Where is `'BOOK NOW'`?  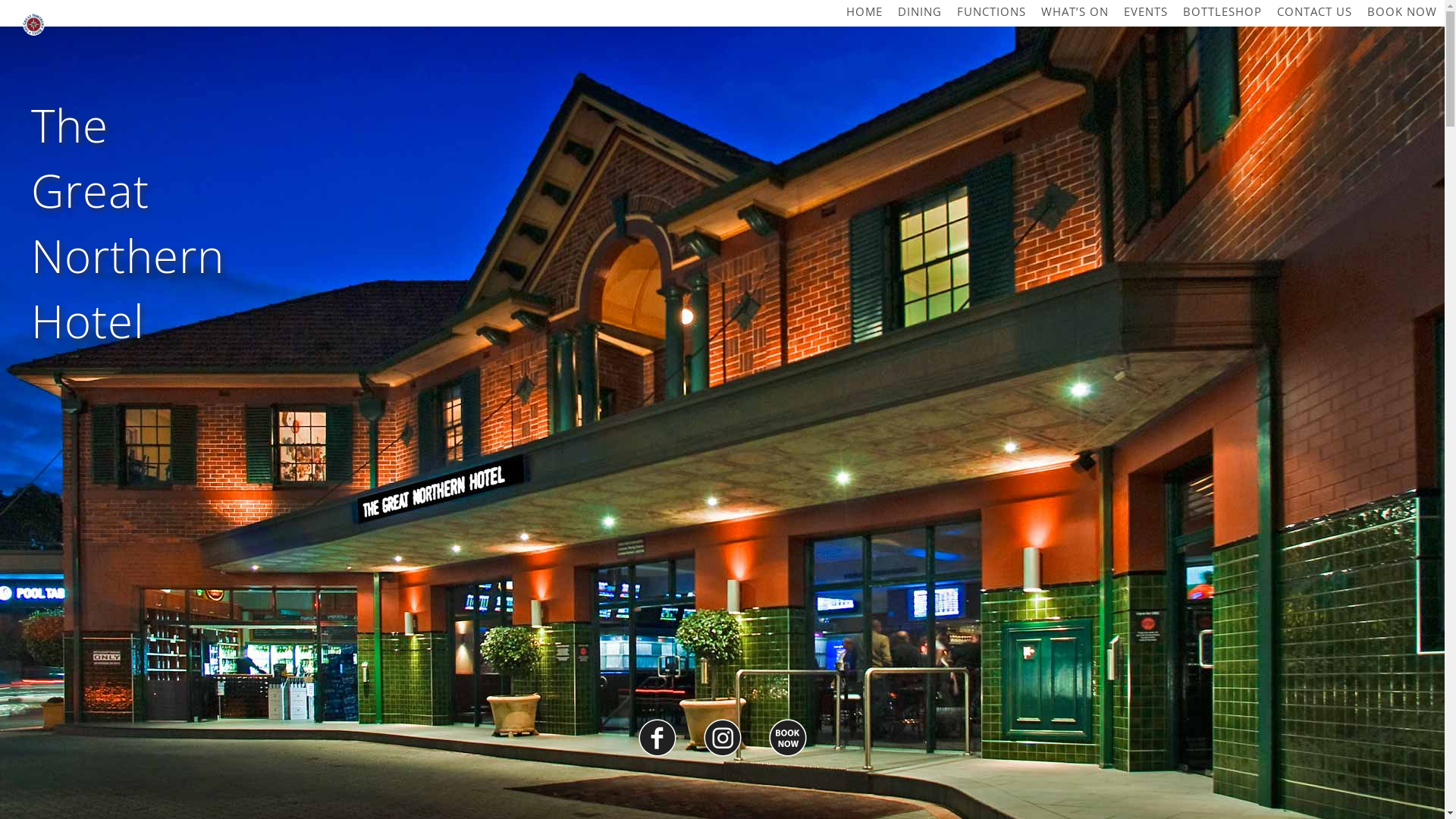 'BOOK NOW' is located at coordinates (1401, 11).